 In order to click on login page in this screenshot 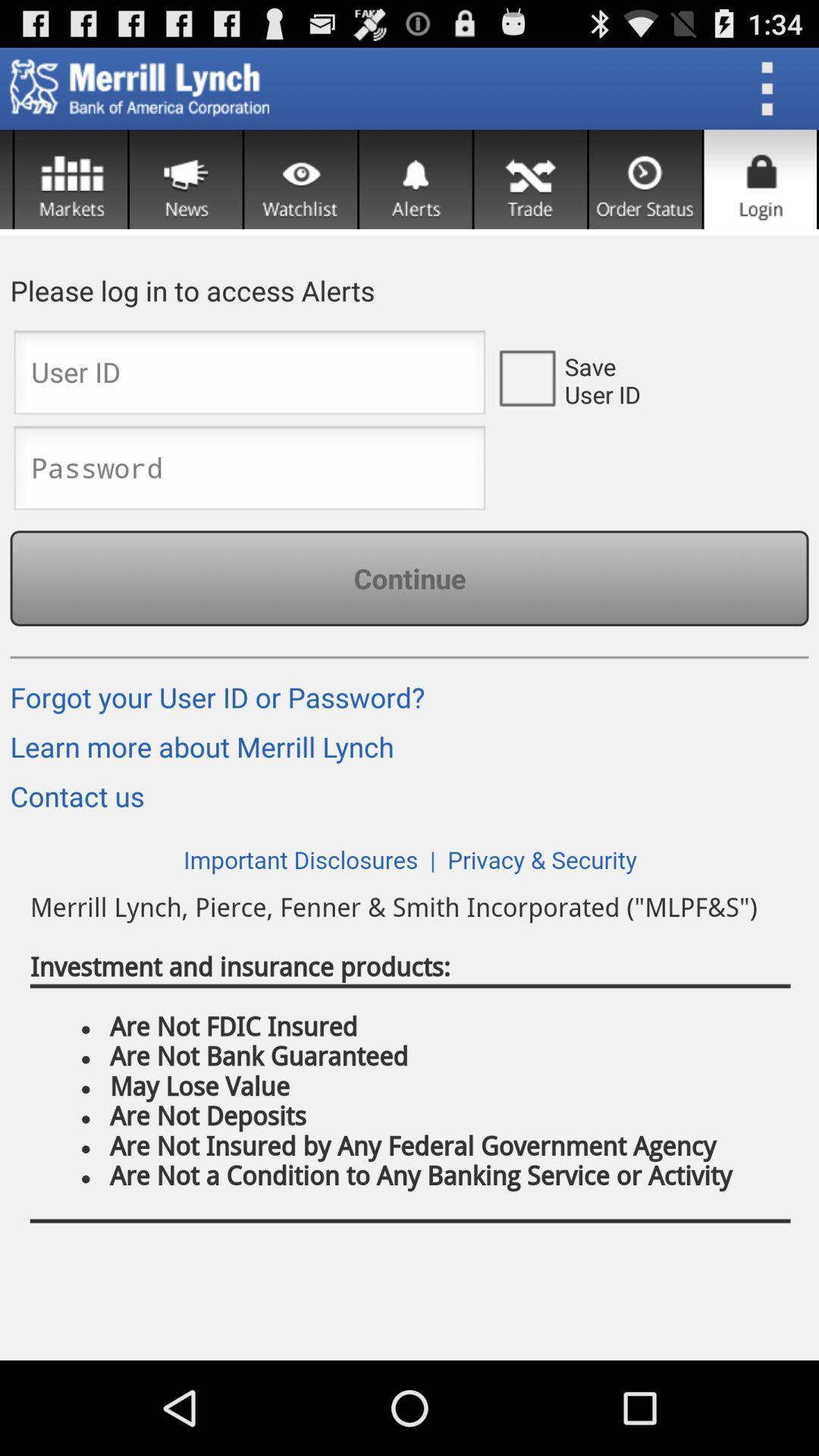, I will do `click(760, 179)`.